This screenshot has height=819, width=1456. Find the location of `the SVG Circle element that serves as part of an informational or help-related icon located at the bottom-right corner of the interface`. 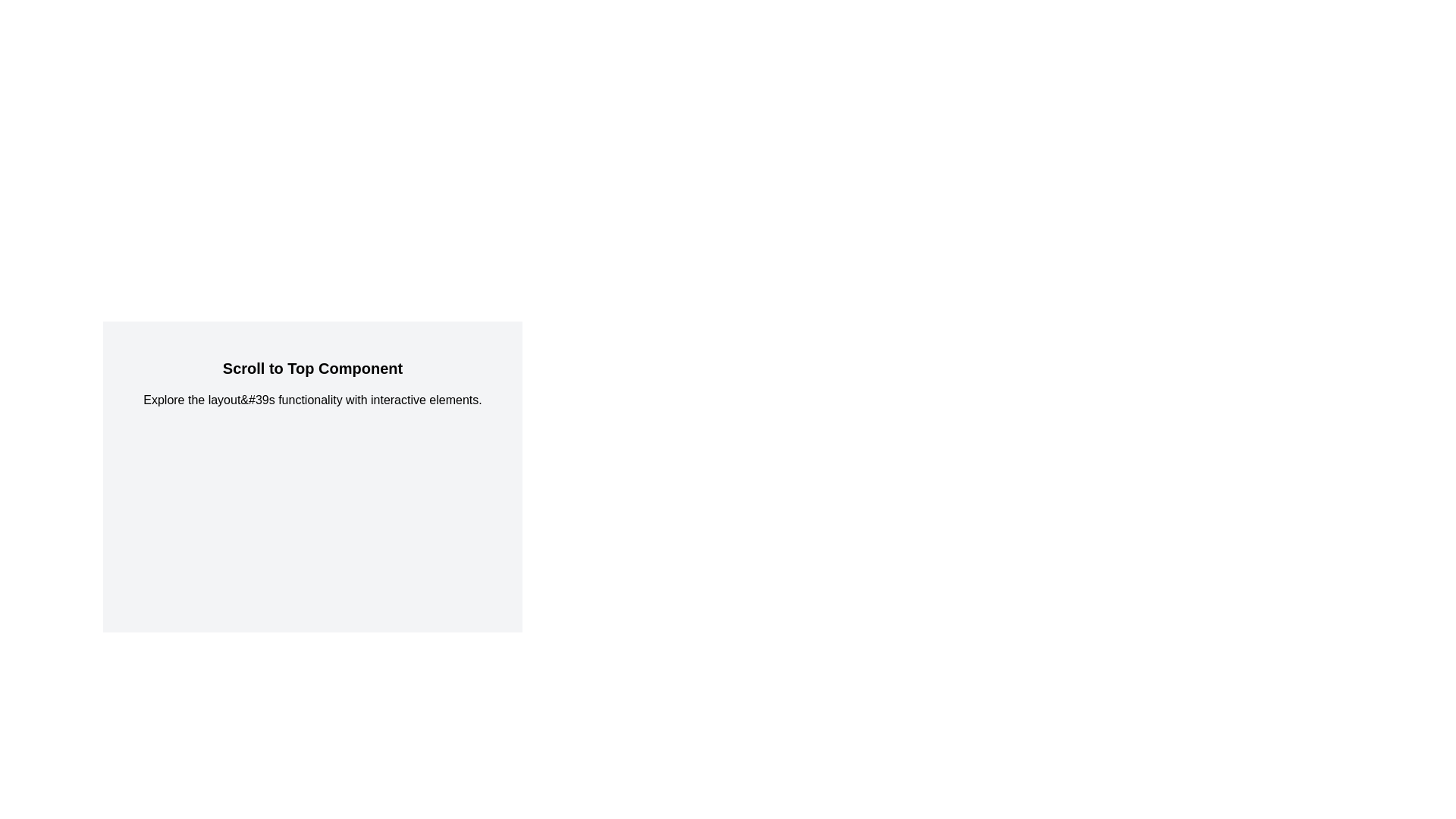

the SVG Circle element that serves as part of an informational or help-related icon located at the bottom-right corner of the interface is located at coordinates (1404, 780).